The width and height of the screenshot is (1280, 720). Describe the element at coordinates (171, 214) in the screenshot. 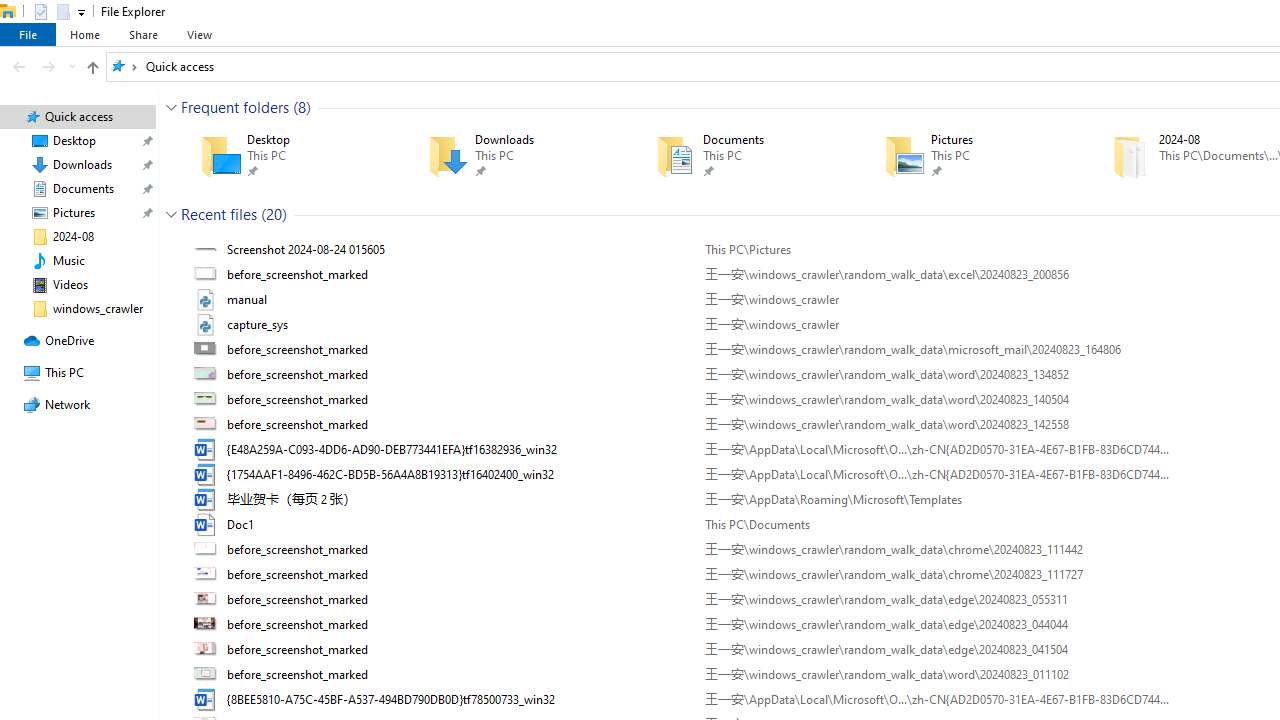

I see `'Collapse Group'` at that location.